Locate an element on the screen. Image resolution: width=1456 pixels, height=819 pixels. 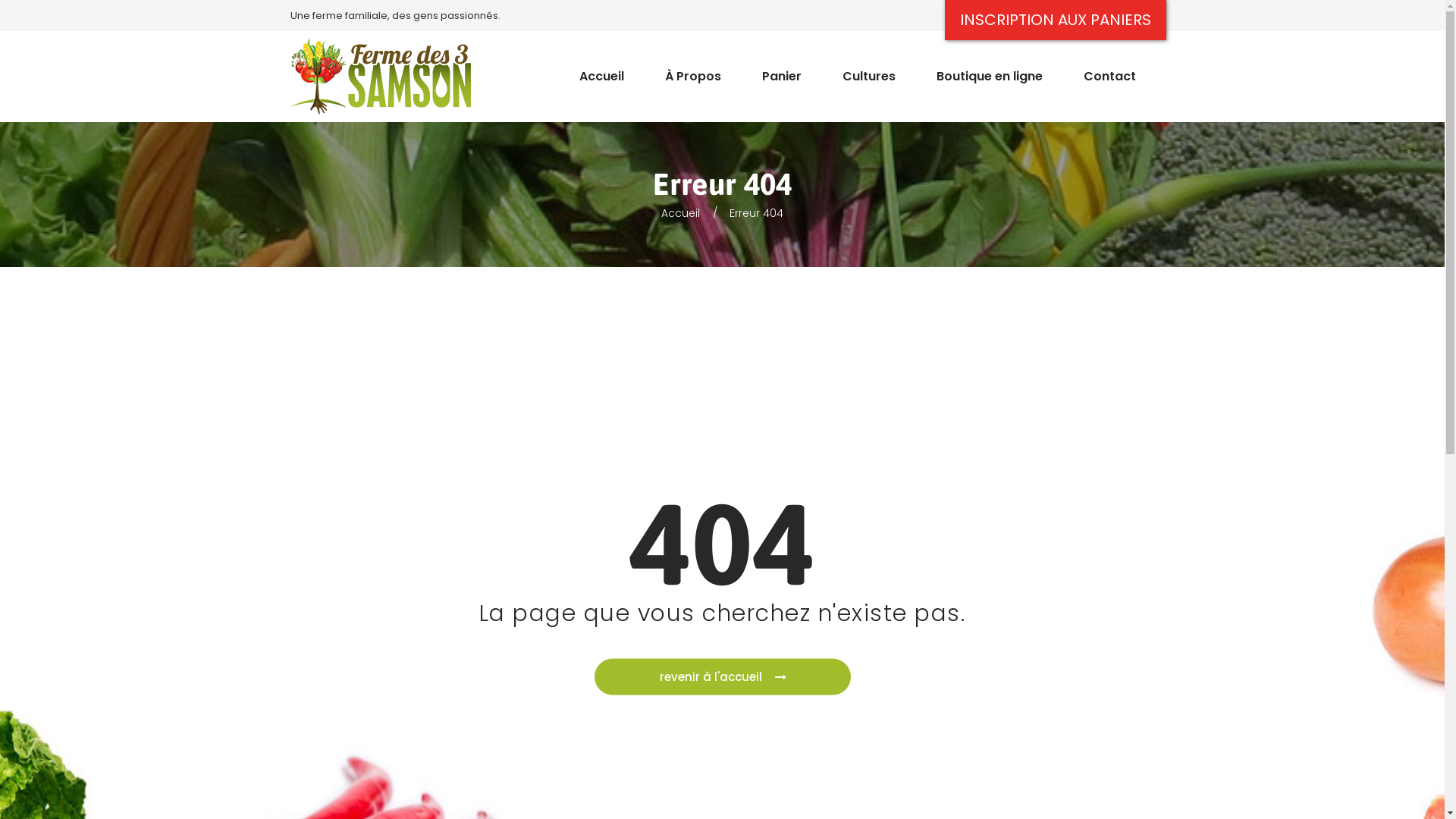
'Panier' is located at coordinates (742, 69).